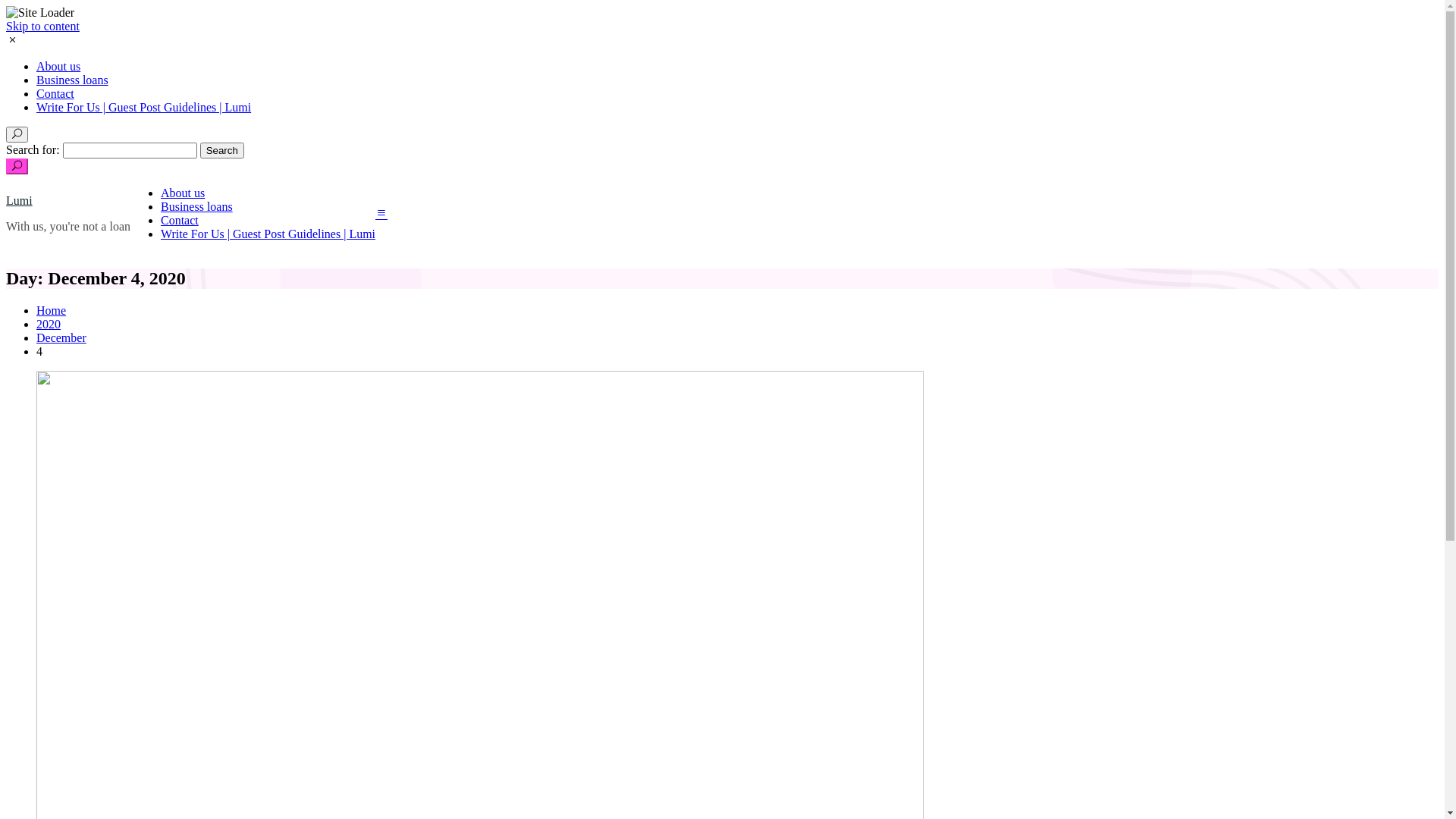 This screenshot has width=1456, height=819. I want to click on '2020', so click(48, 323).